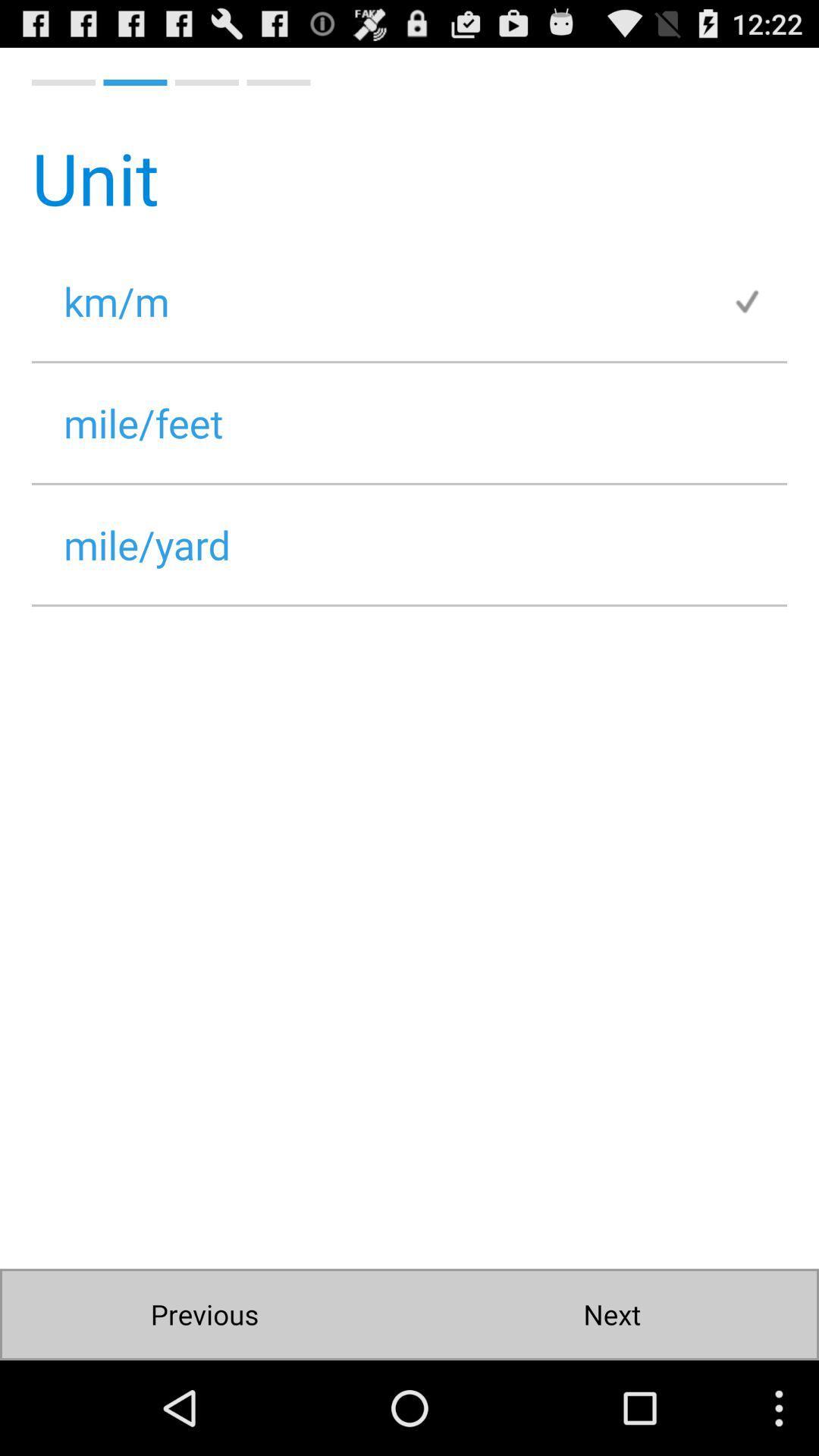 Image resolution: width=819 pixels, height=1456 pixels. Describe the element at coordinates (381, 301) in the screenshot. I see `the km/m icon` at that location.